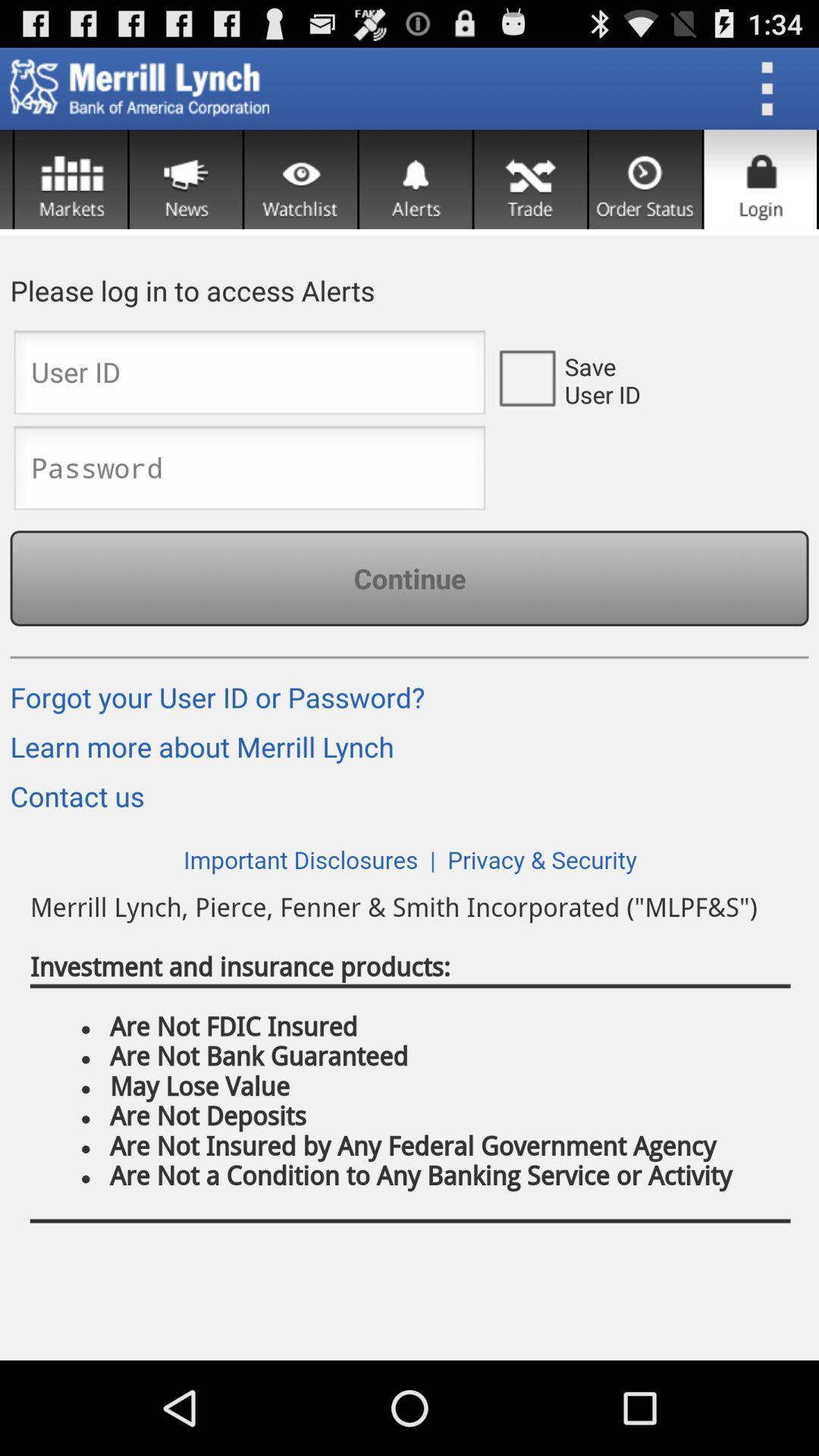 Image resolution: width=819 pixels, height=1456 pixels. Describe the element at coordinates (645, 179) in the screenshot. I see `check order status` at that location.